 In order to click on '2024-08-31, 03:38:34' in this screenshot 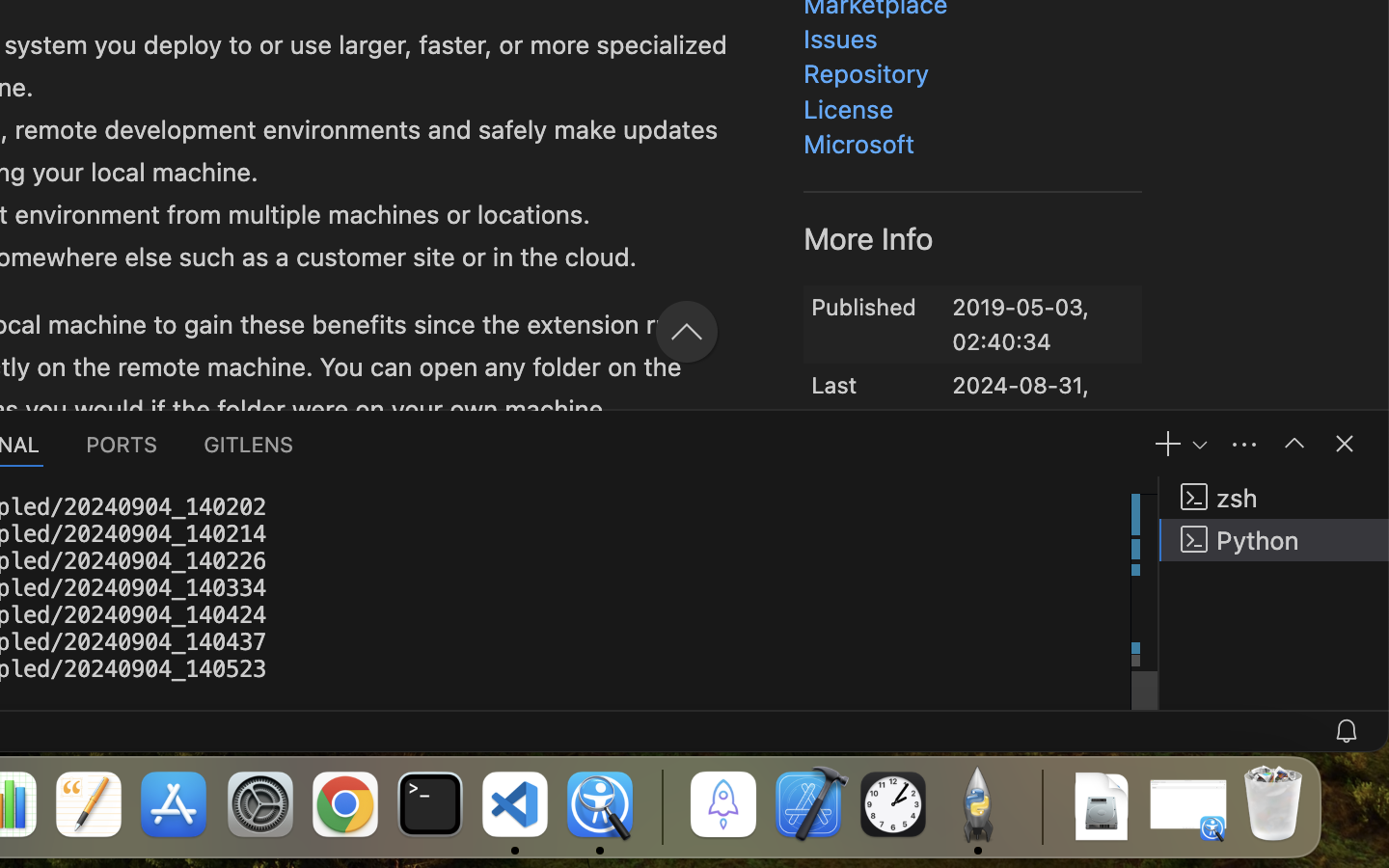, I will do `click(1021, 390)`.